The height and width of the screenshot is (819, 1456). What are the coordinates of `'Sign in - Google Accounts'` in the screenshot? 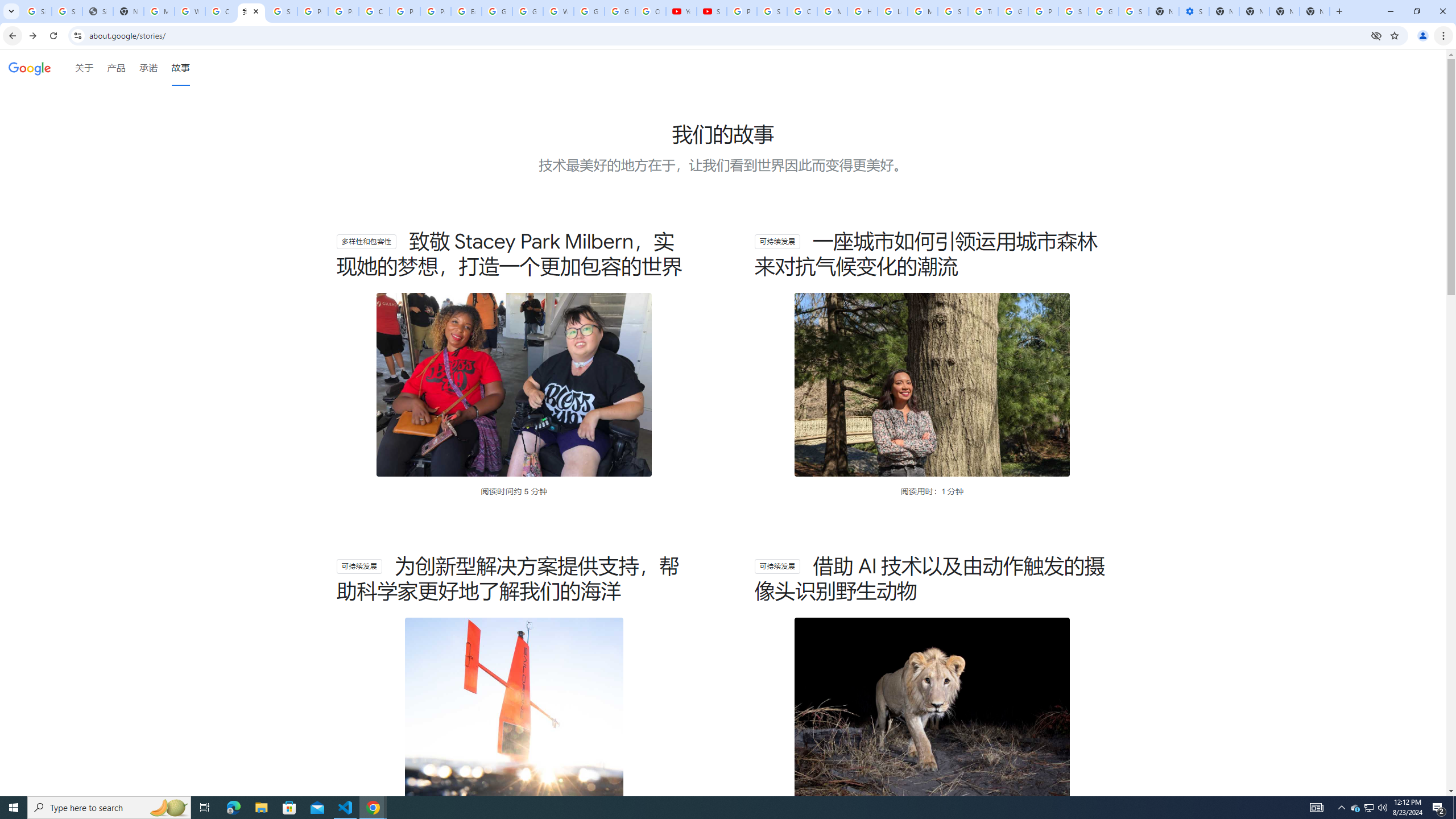 It's located at (1134, 11).